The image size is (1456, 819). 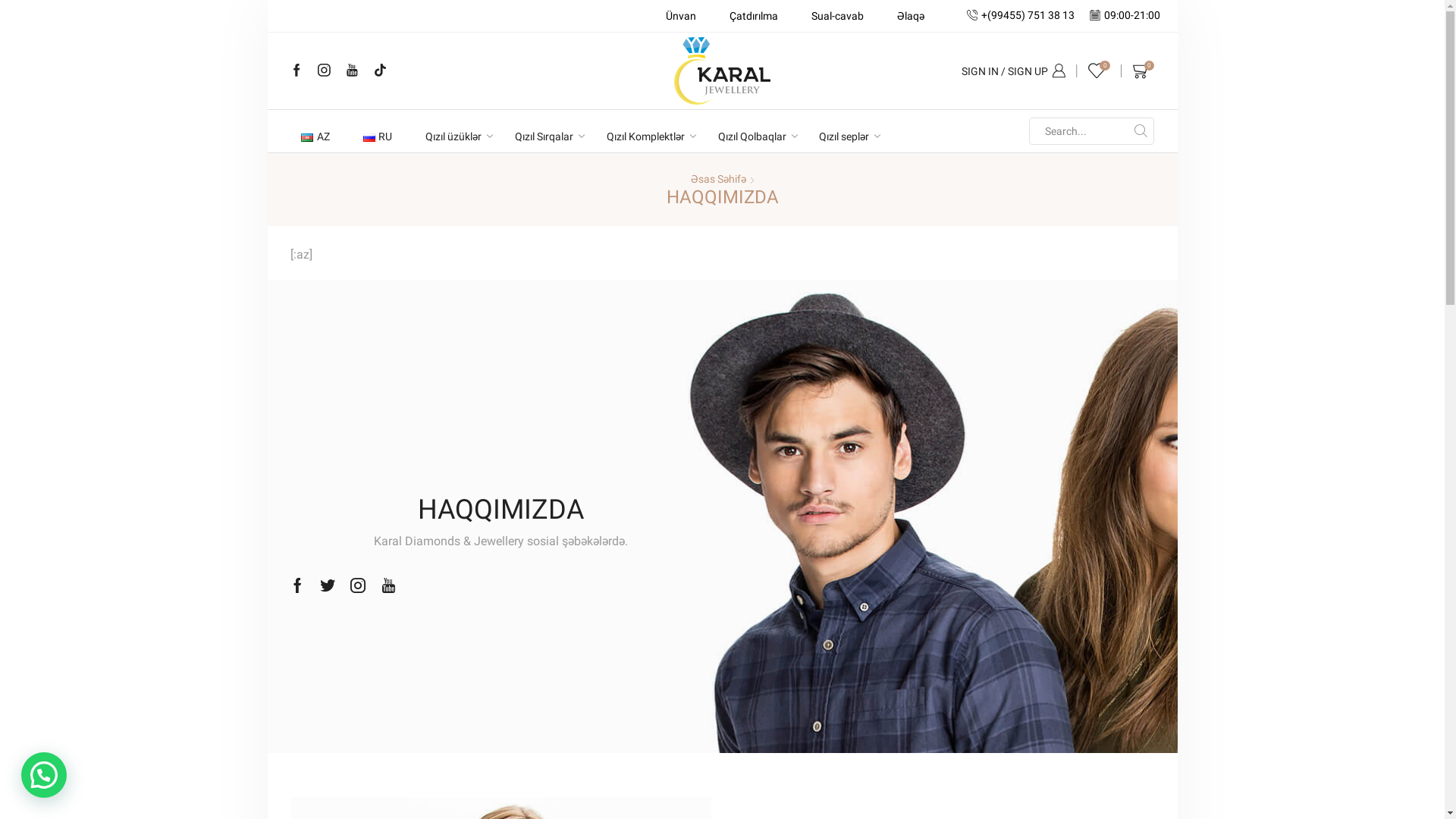 What do you see at coordinates (296, 71) in the screenshot?
I see `'Facebook'` at bounding box center [296, 71].